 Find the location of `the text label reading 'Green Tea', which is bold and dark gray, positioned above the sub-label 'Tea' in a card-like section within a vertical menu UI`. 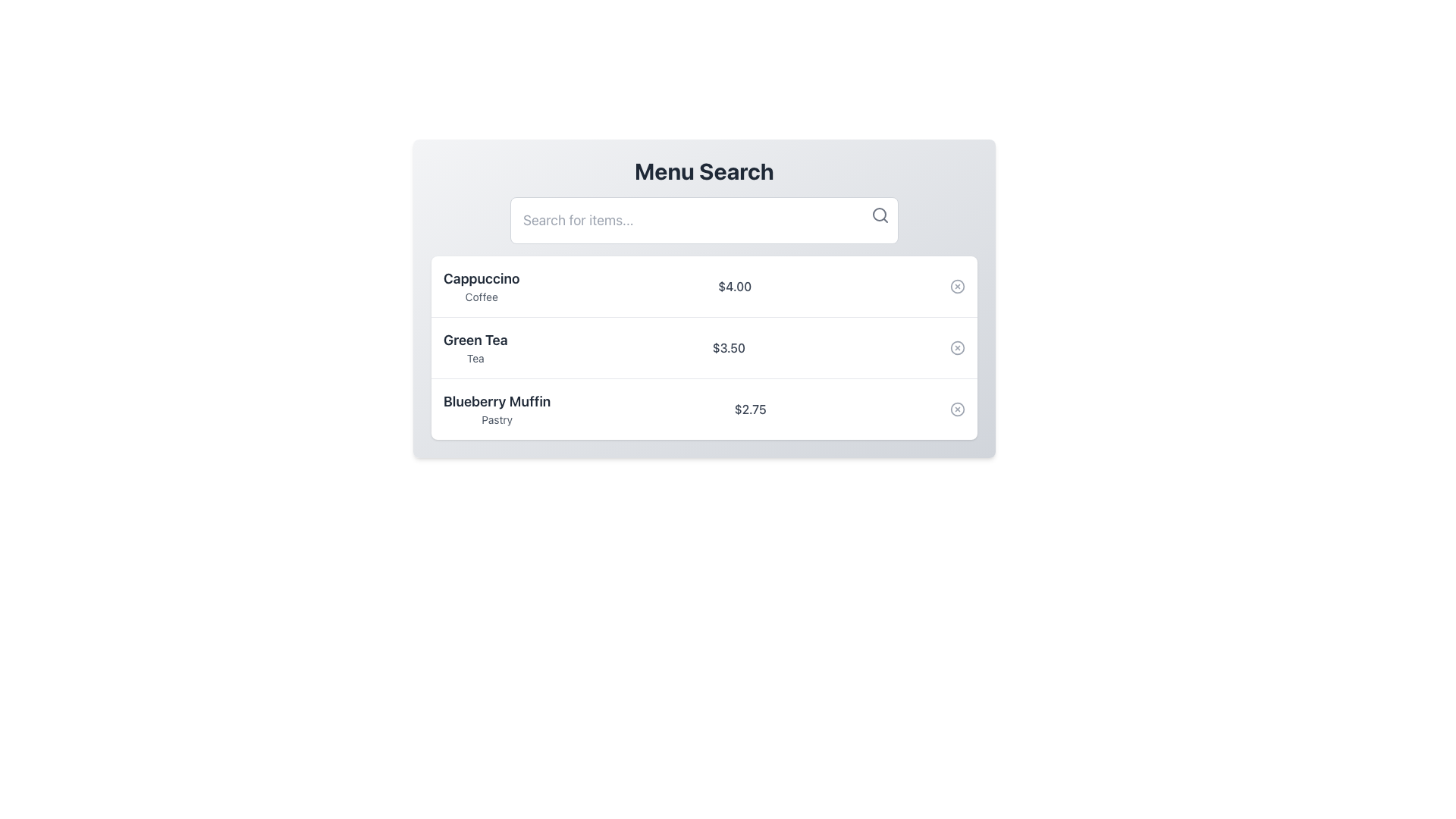

the text label reading 'Green Tea', which is bold and dark gray, positioned above the sub-label 'Tea' in a card-like section within a vertical menu UI is located at coordinates (475, 339).